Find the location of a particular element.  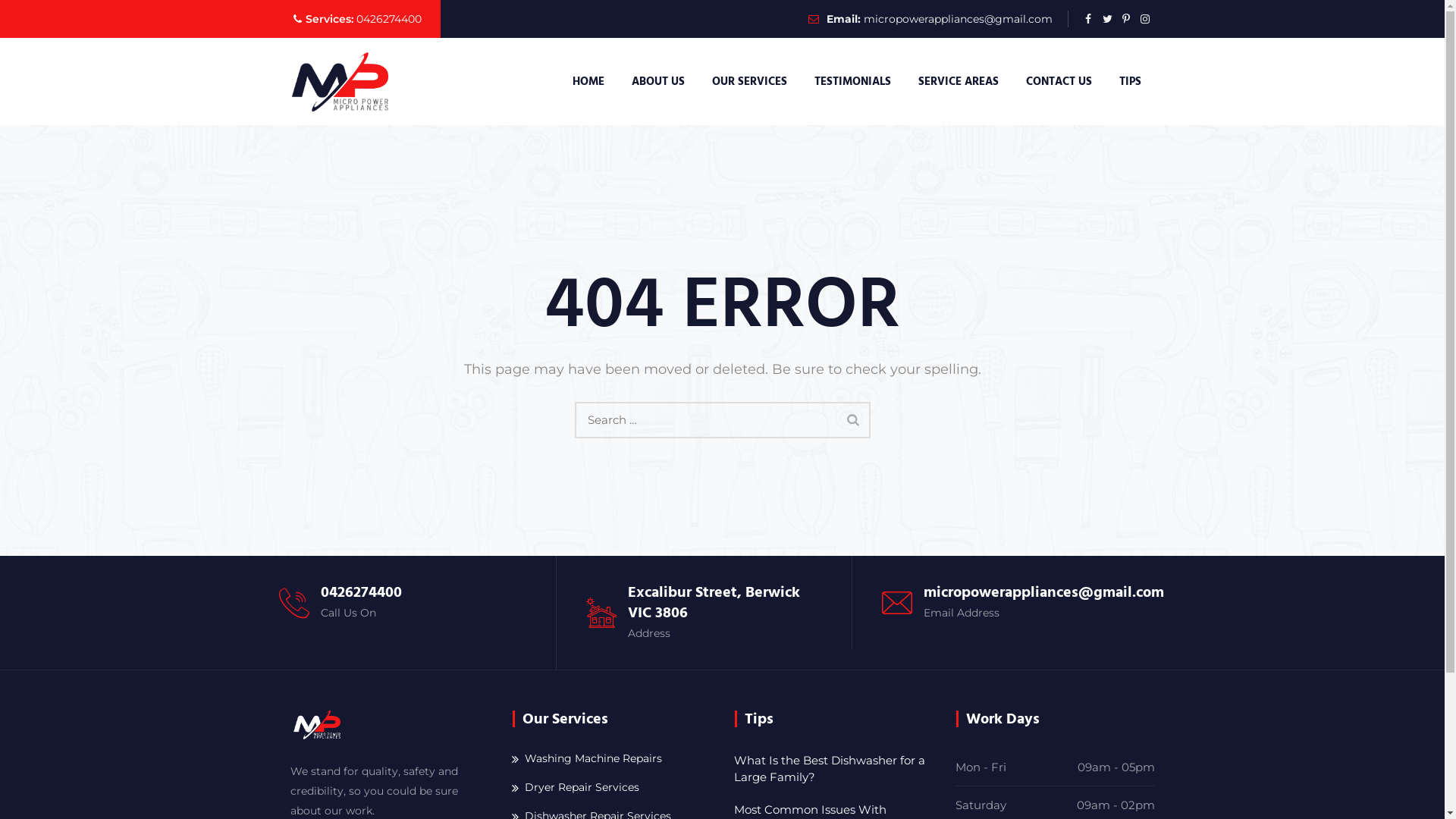

'What Is the Best Dishwasher for a Large Family?' is located at coordinates (833, 769).